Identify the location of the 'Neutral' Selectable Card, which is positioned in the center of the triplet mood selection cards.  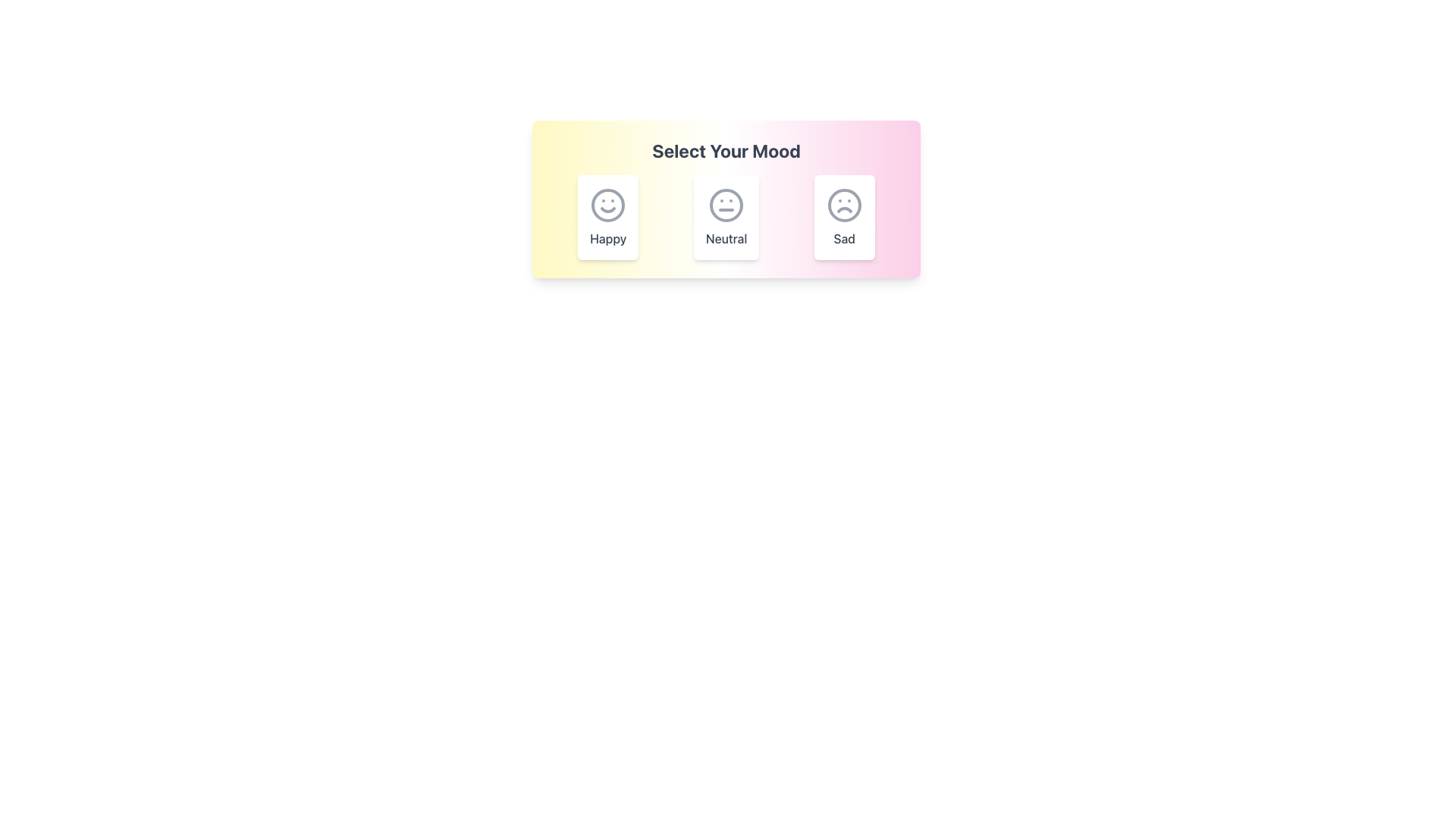
(726, 217).